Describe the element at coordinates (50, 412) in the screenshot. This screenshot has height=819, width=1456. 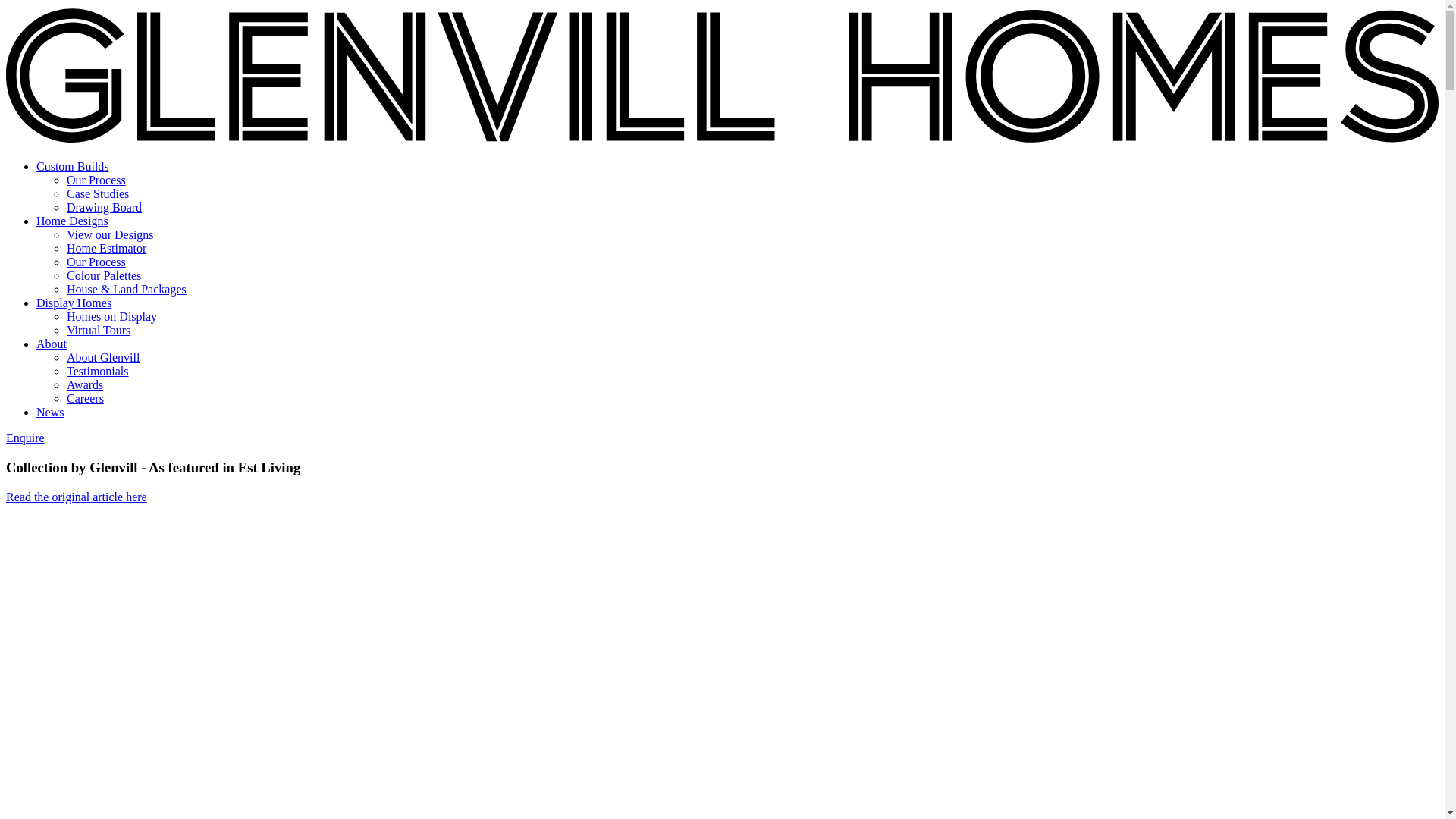
I see `'News'` at that location.